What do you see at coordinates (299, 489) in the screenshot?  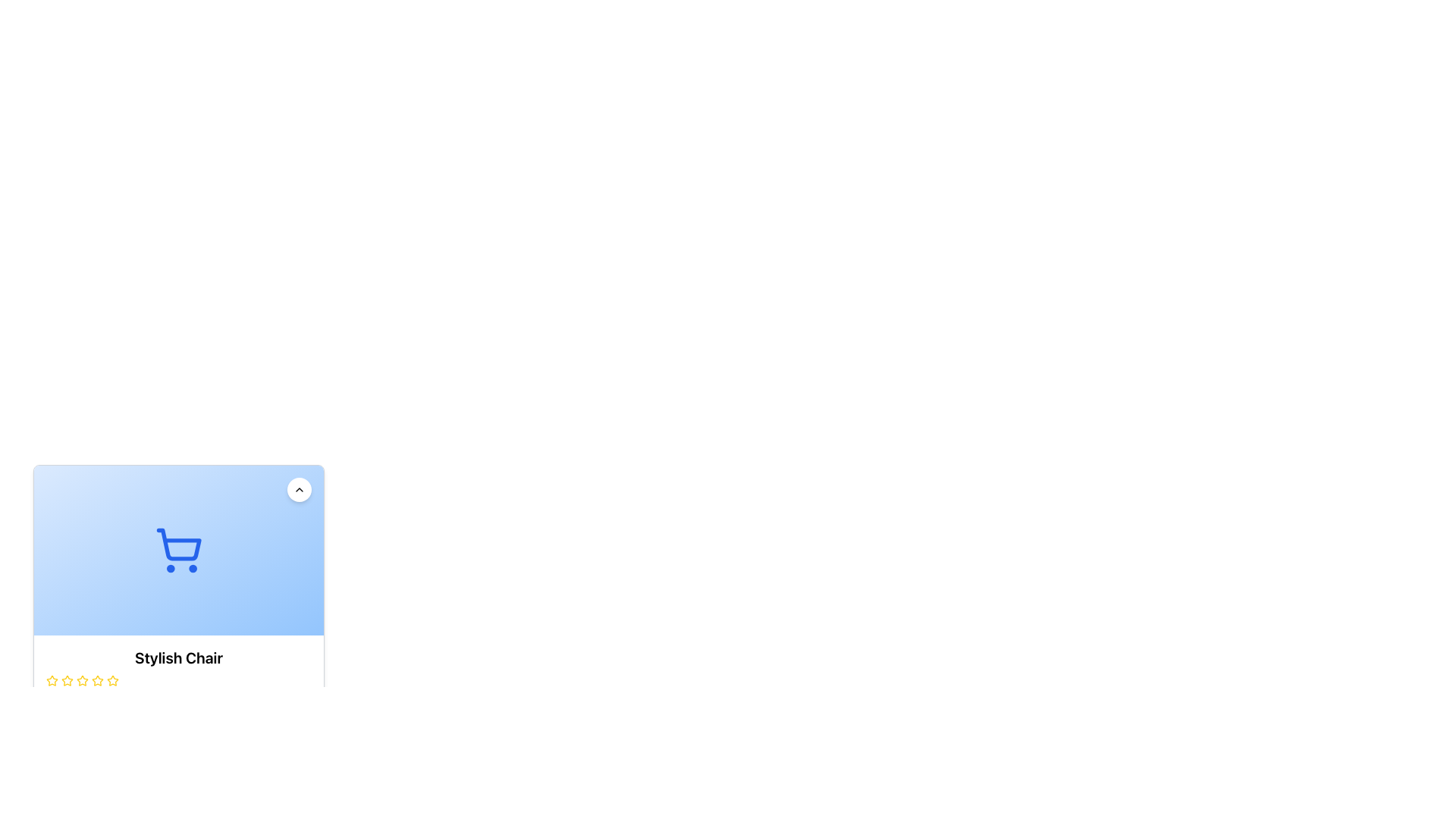 I see `the upward-pointing chevron-shaped SVG icon with a black stroke located at the top-right corner of the card-like layout` at bounding box center [299, 489].